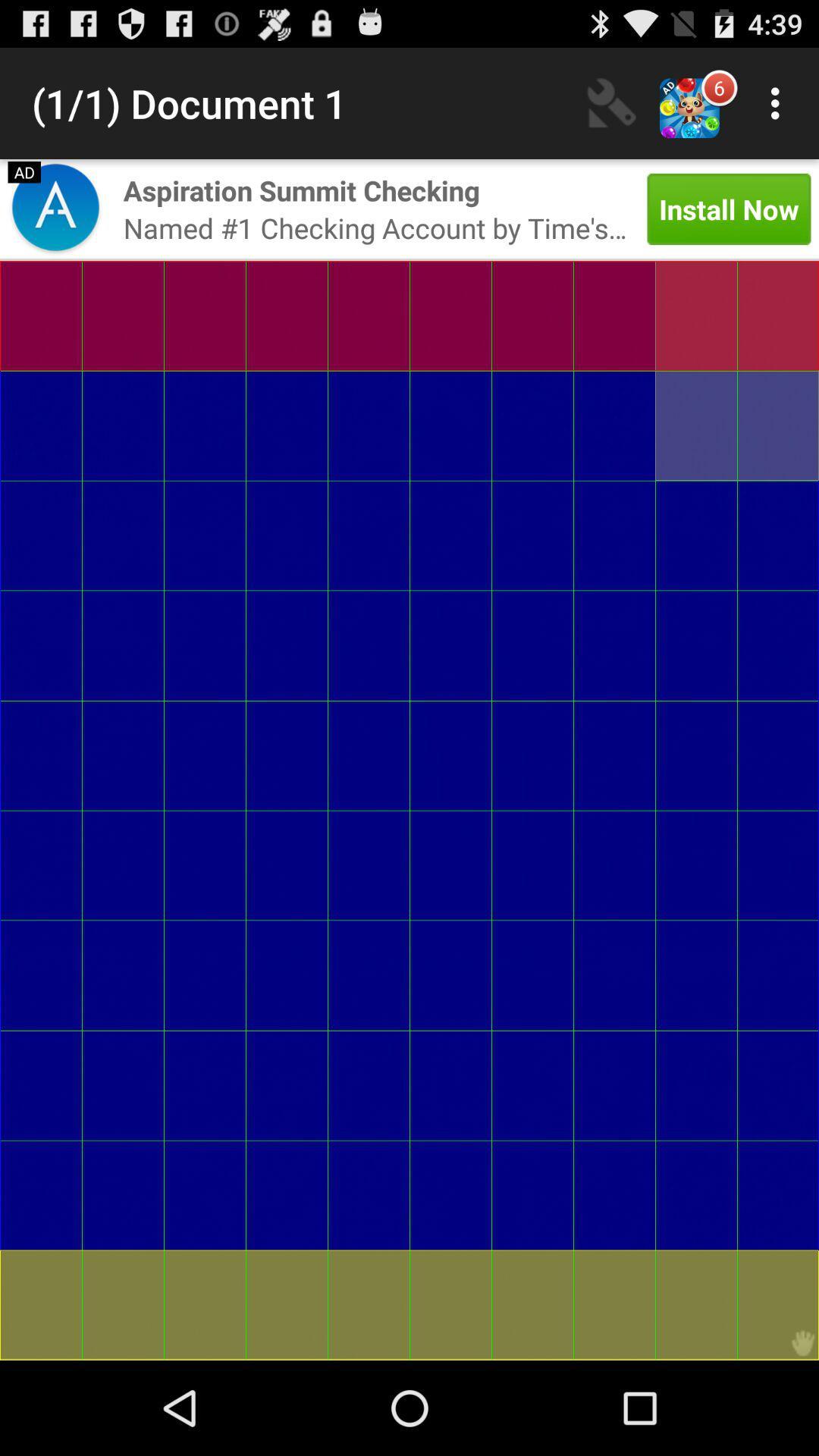 Image resolution: width=819 pixels, height=1456 pixels. Describe the element at coordinates (728, 208) in the screenshot. I see `icon next to the named 1 checking icon` at that location.